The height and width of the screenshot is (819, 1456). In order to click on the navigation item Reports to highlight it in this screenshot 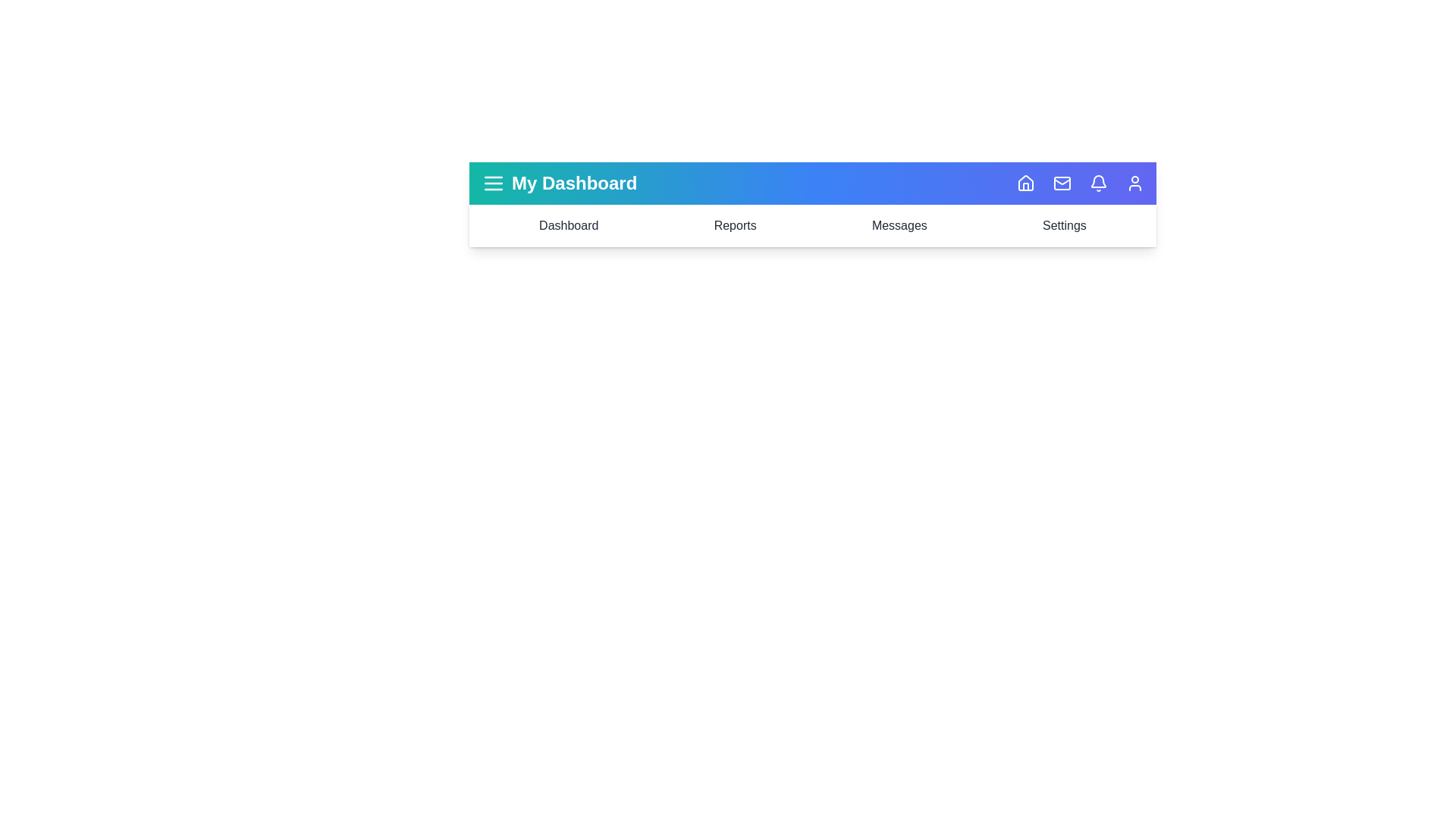, I will do `click(735, 225)`.